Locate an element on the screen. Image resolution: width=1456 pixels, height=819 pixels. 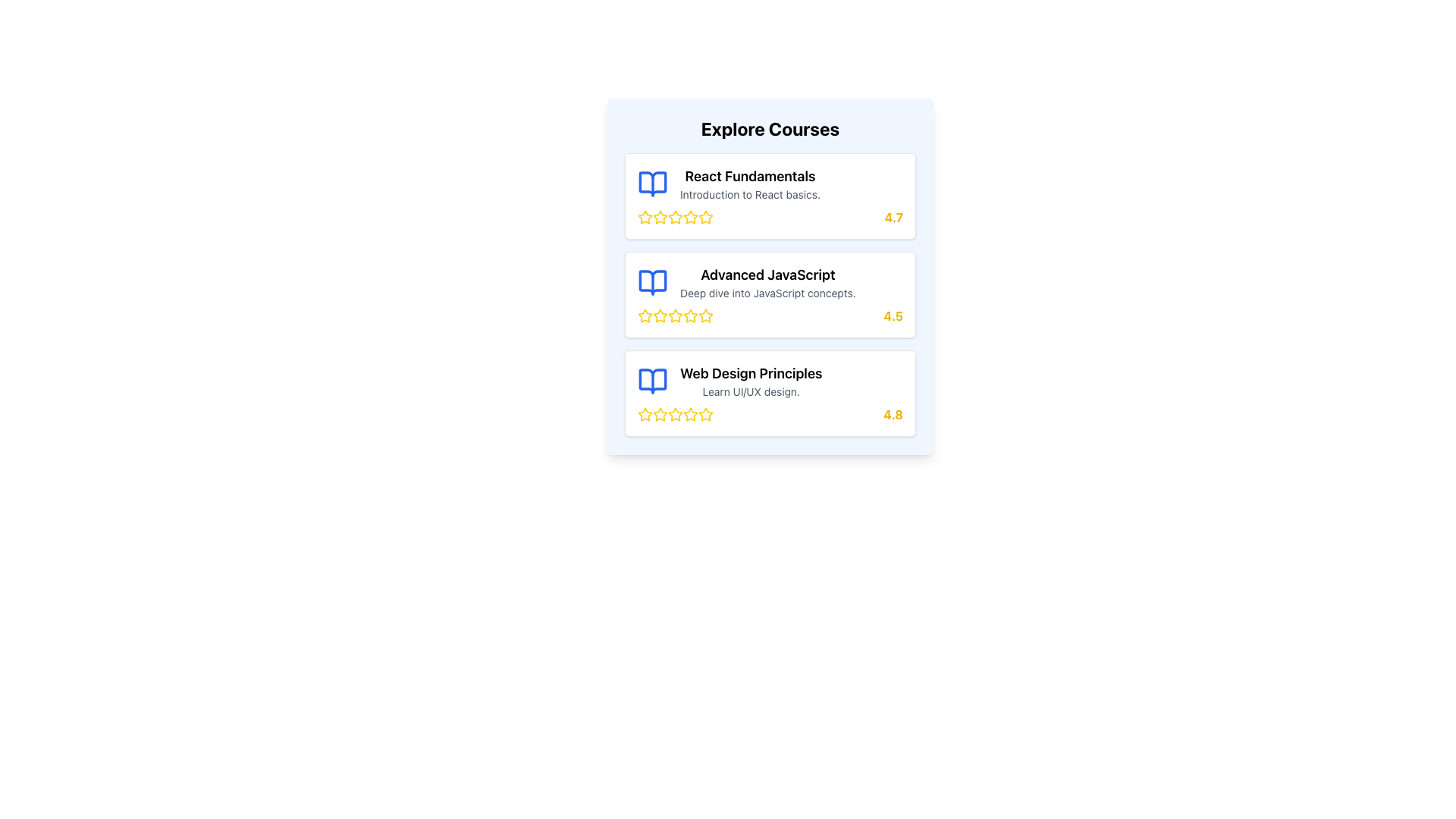
the text element reading 'Deep dive into JavaScript concepts.' which is styled in gray and positioned below the title 'Advanced JavaScript' in the 'Explore Courses' list is located at coordinates (767, 293).